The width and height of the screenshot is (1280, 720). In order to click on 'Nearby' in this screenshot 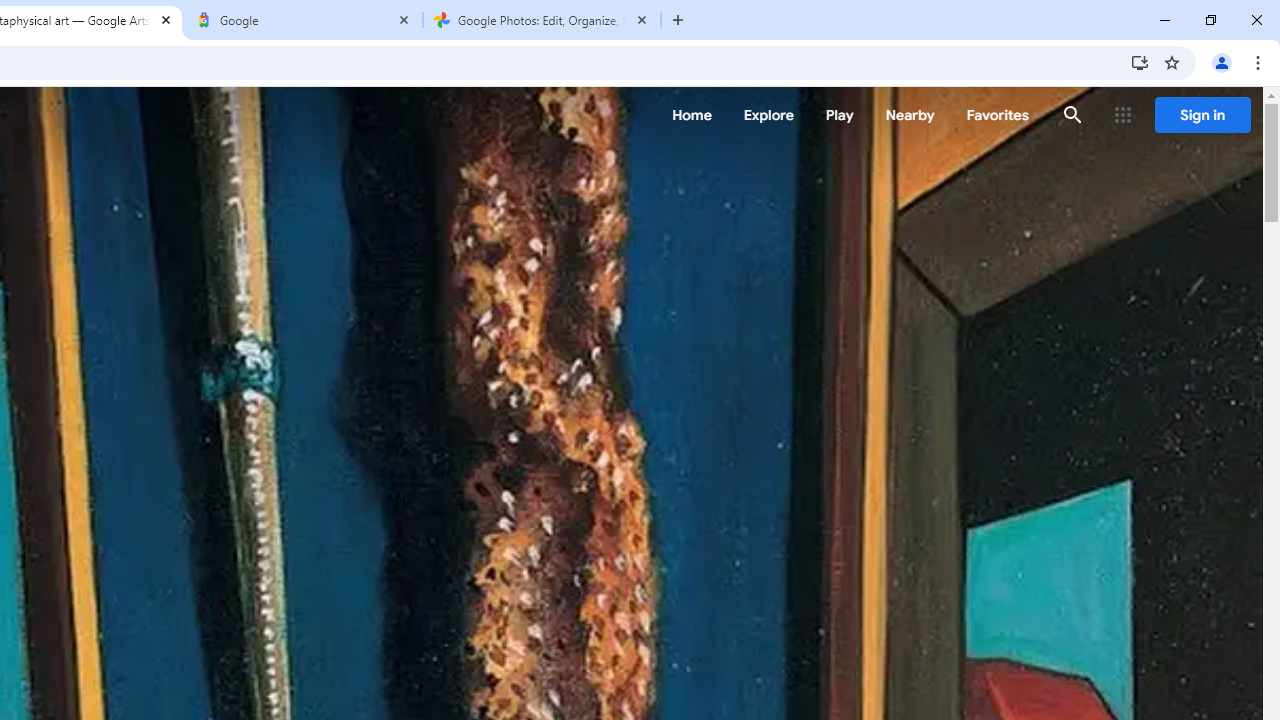, I will do `click(909, 115)`.